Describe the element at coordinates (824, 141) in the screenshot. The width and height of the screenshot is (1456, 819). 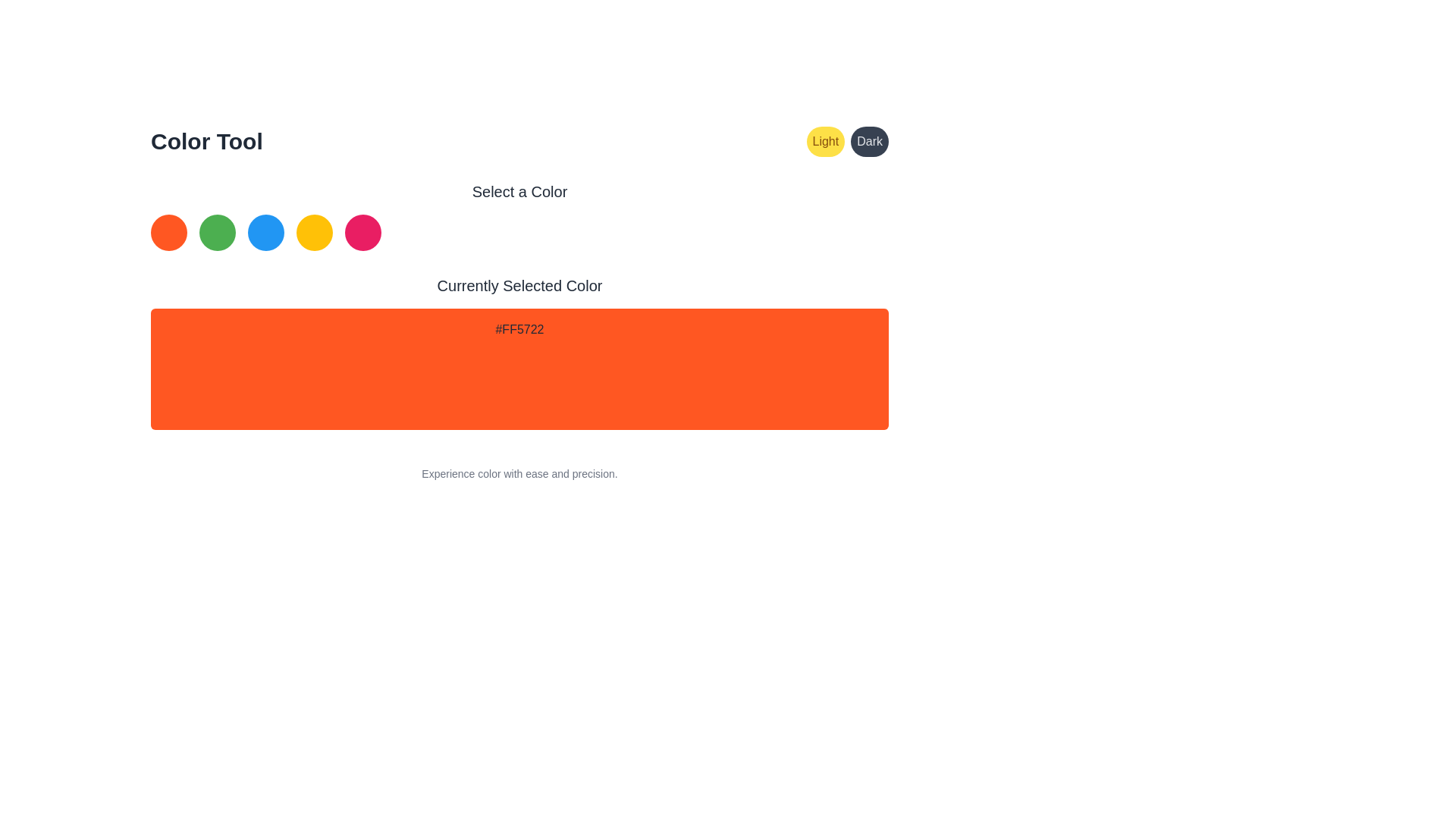
I see `the rounded yellow button with brown text that reads 'Light'` at that location.